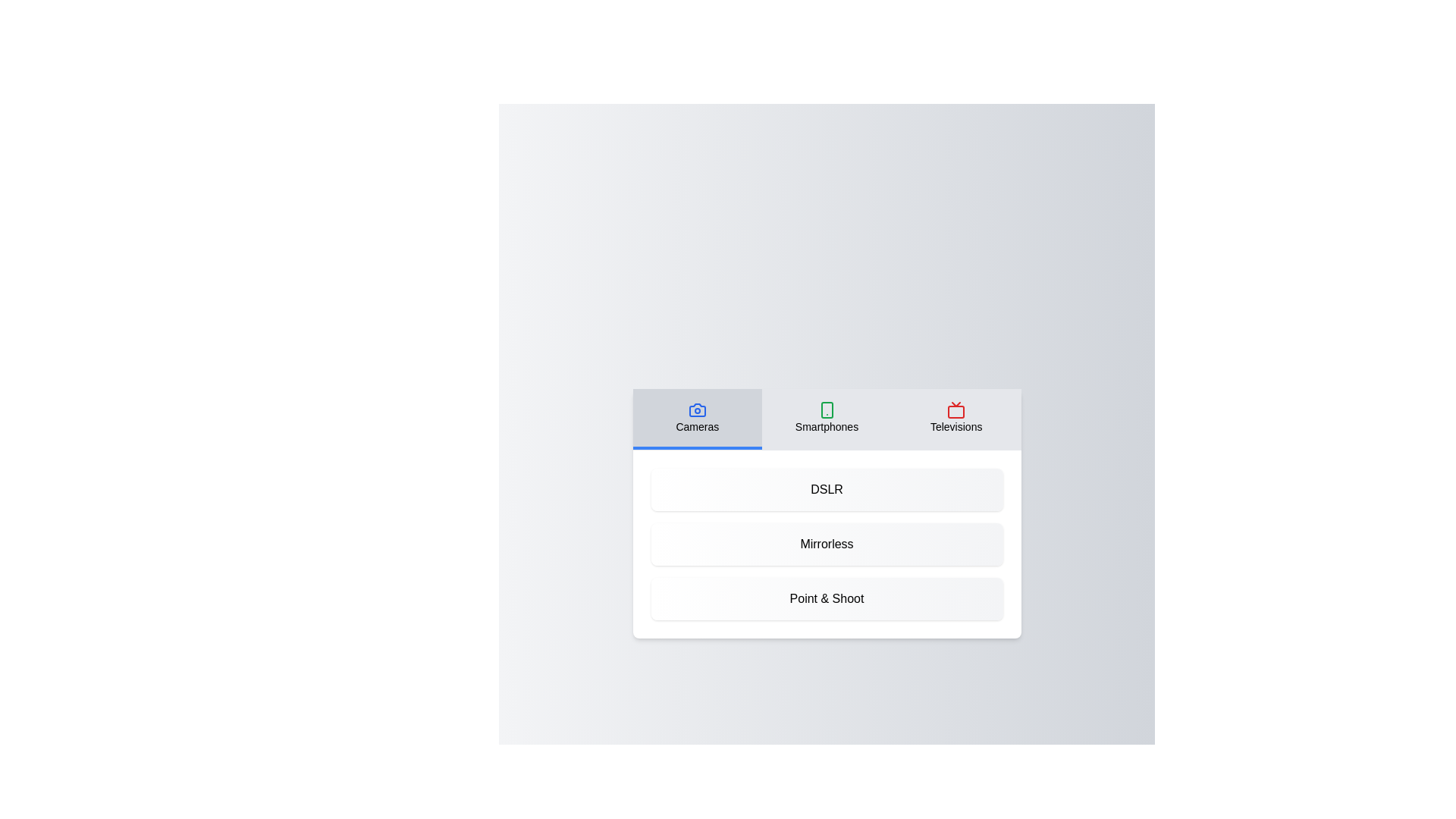 Image resolution: width=1456 pixels, height=819 pixels. I want to click on the product 'DSLR' from the displayed list, so click(826, 489).